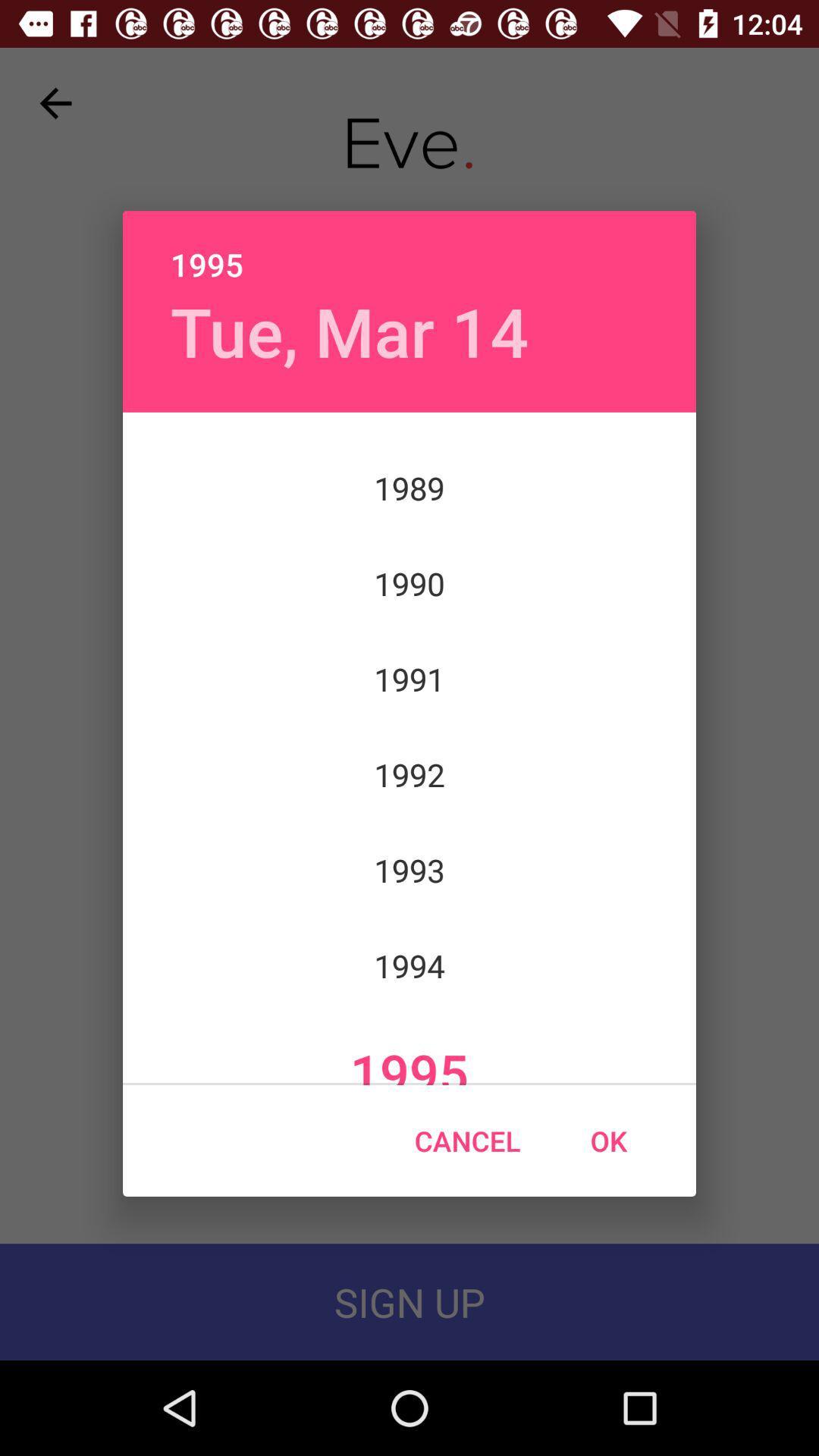 This screenshot has width=819, height=1456. What do you see at coordinates (466, 1141) in the screenshot?
I see `the icon next to the ok item` at bounding box center [466, 1141].